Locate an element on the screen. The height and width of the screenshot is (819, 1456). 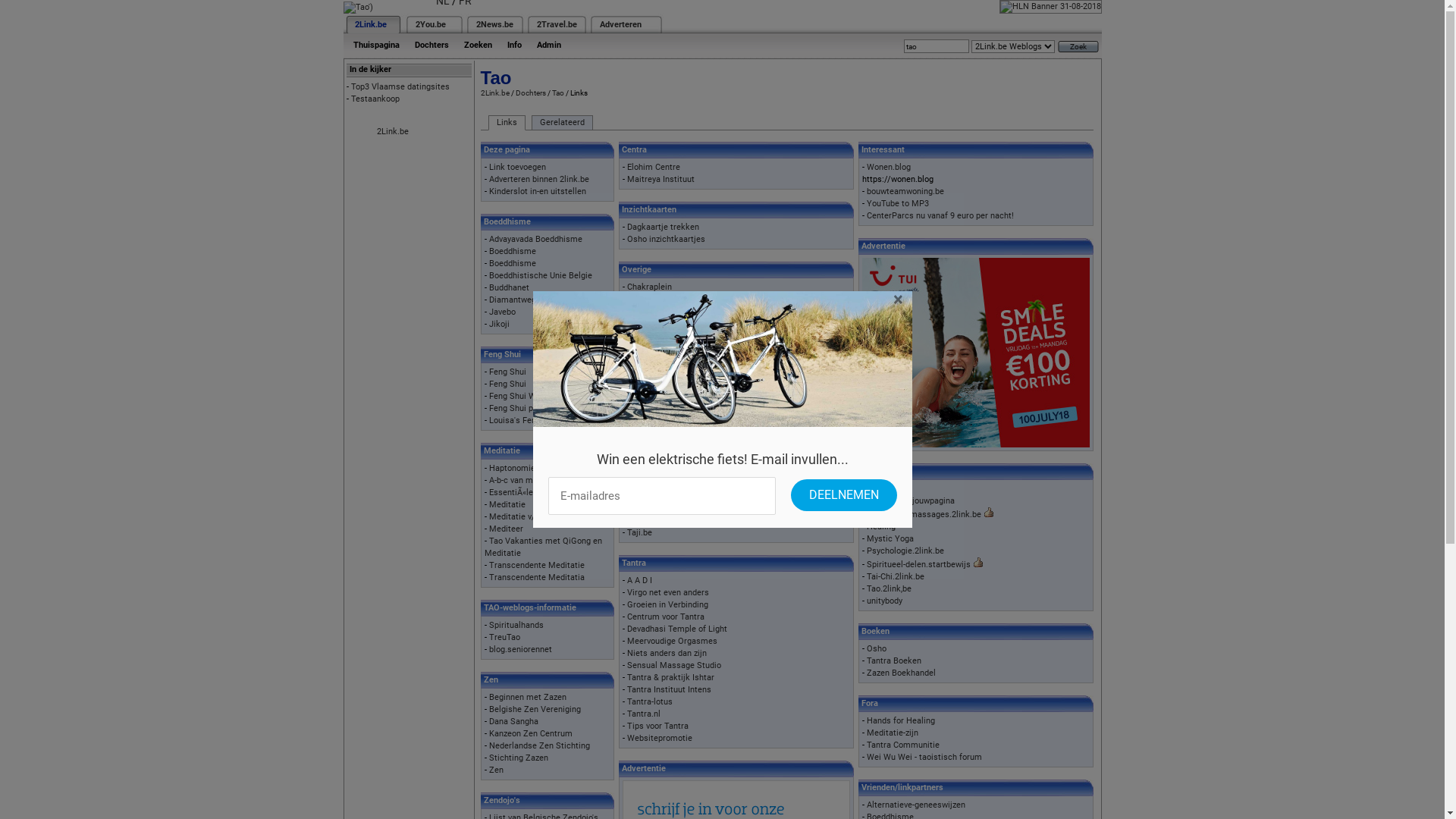
'Tantra.nl' is located at coordinates (643, 714).